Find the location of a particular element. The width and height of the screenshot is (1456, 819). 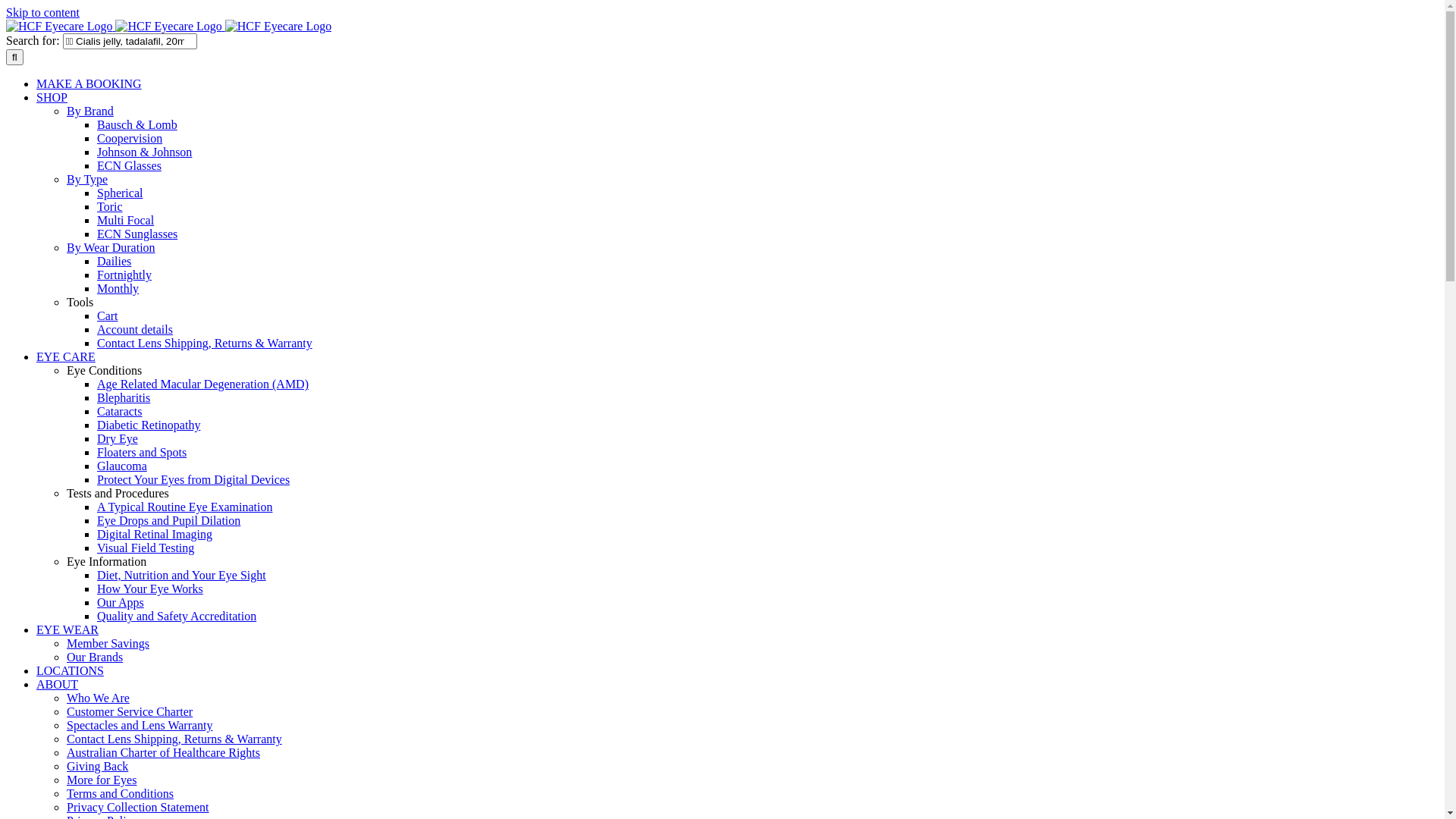

'Member Savings' is located at coordinates (107, 643).